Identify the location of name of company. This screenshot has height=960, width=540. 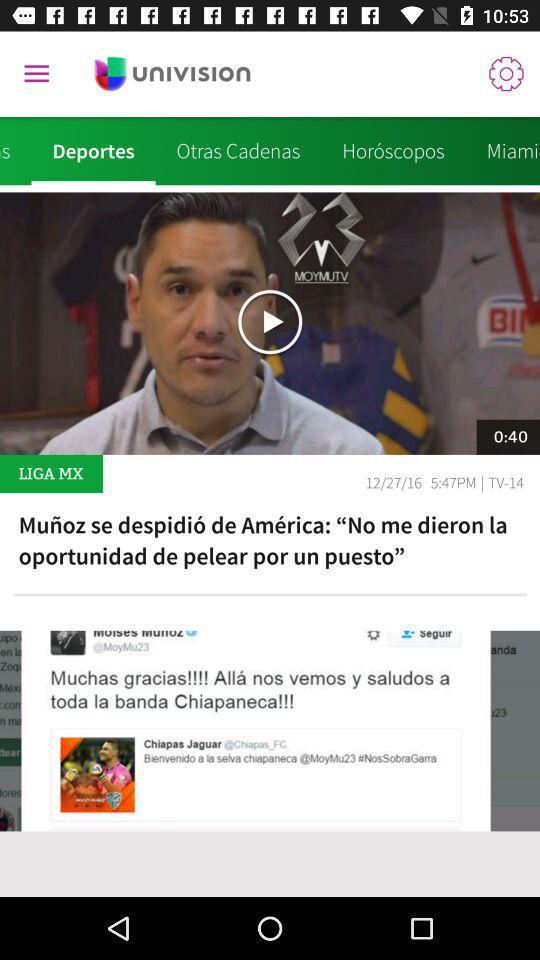
(172, 74).